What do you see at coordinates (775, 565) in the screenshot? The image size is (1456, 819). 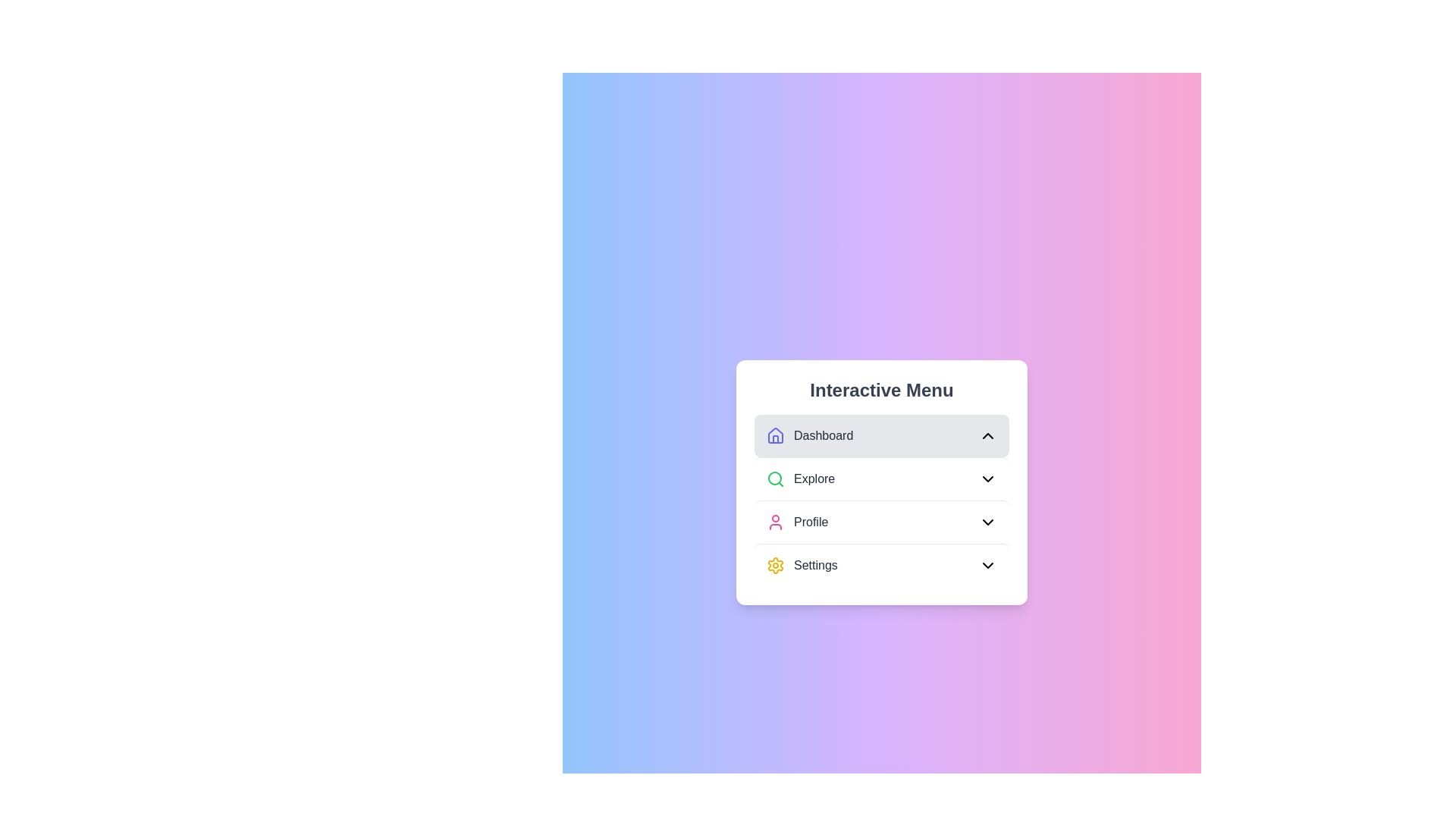 I see `the icon of the menu item Settings for inspection` at bounding box center [775, 565].